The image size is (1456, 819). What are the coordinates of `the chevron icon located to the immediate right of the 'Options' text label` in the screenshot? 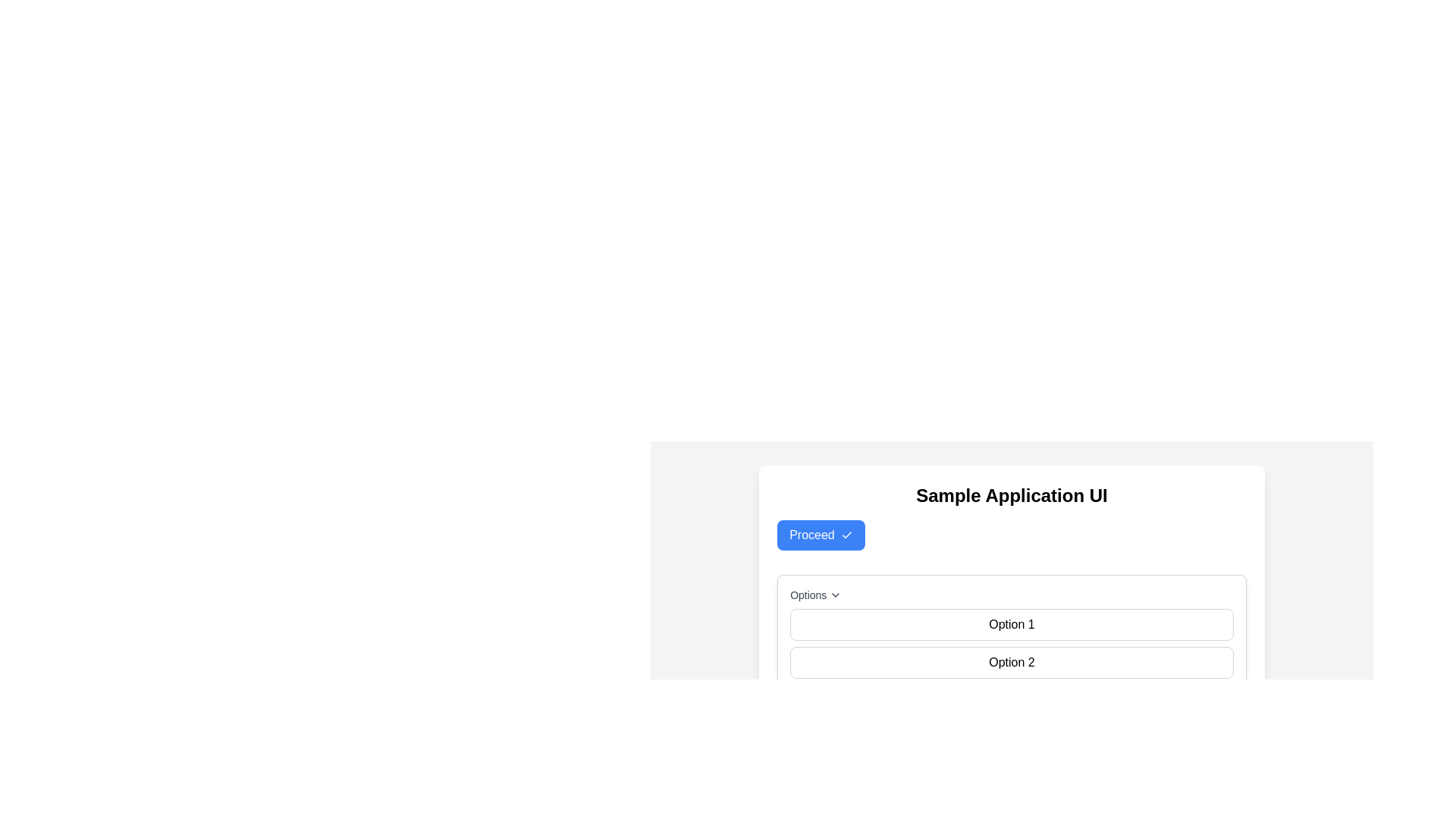 It's located at (835, 595).